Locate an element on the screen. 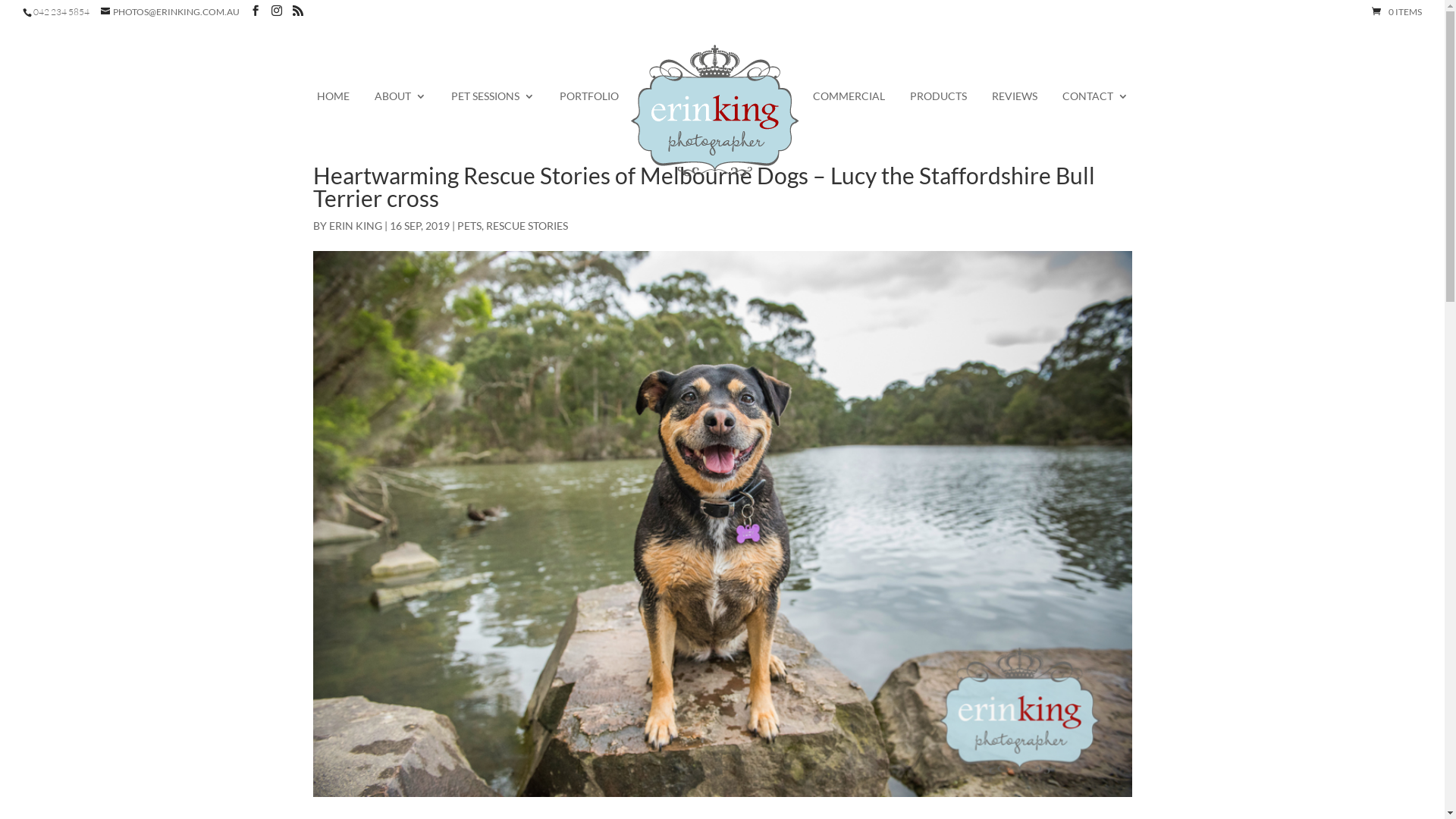 The image size is (1456, 819). 'ERIN KING' is located at coordinates (355, 225).